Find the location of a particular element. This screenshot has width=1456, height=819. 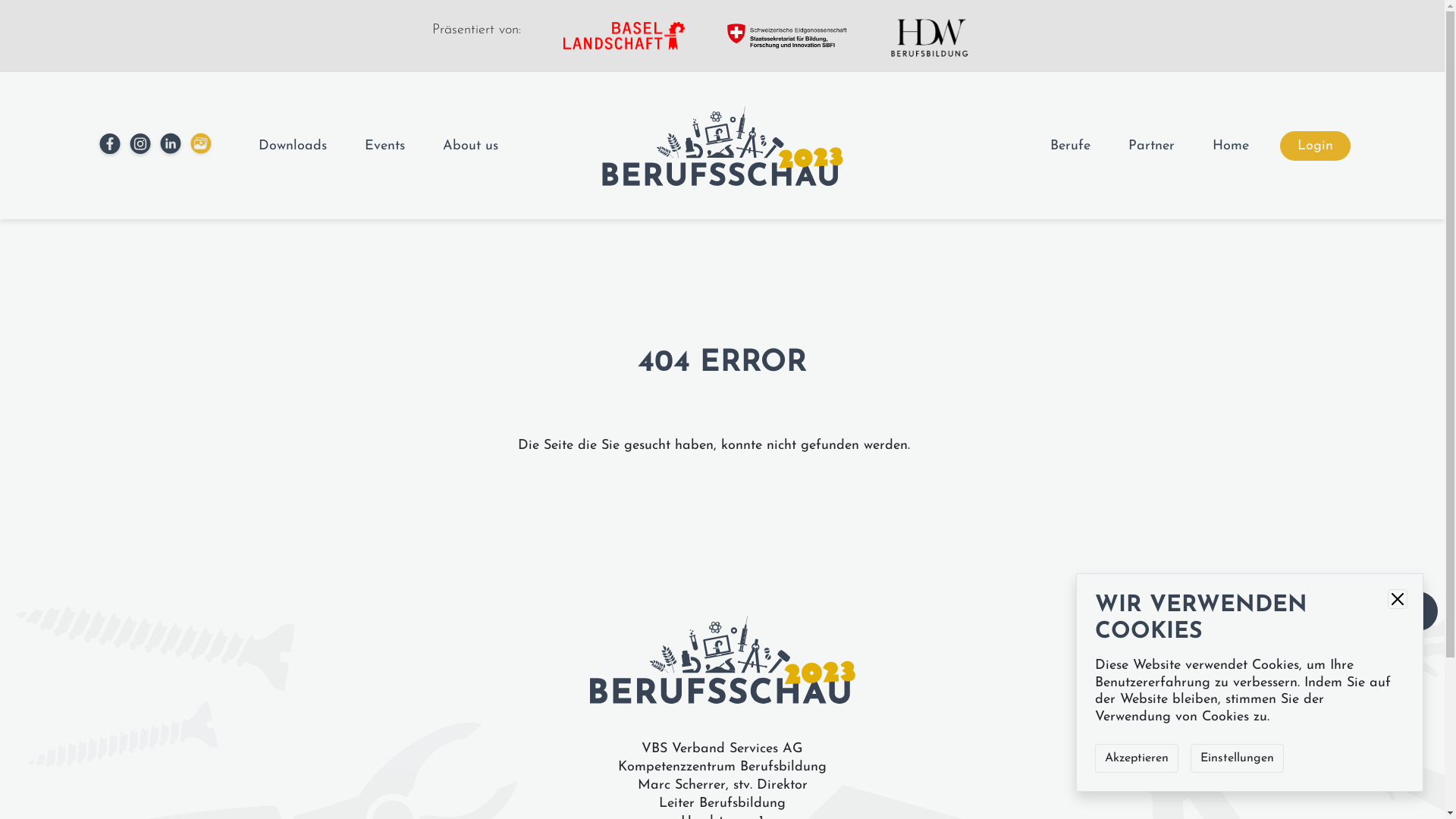

'Partner' is located at coordinates (1128, 145).